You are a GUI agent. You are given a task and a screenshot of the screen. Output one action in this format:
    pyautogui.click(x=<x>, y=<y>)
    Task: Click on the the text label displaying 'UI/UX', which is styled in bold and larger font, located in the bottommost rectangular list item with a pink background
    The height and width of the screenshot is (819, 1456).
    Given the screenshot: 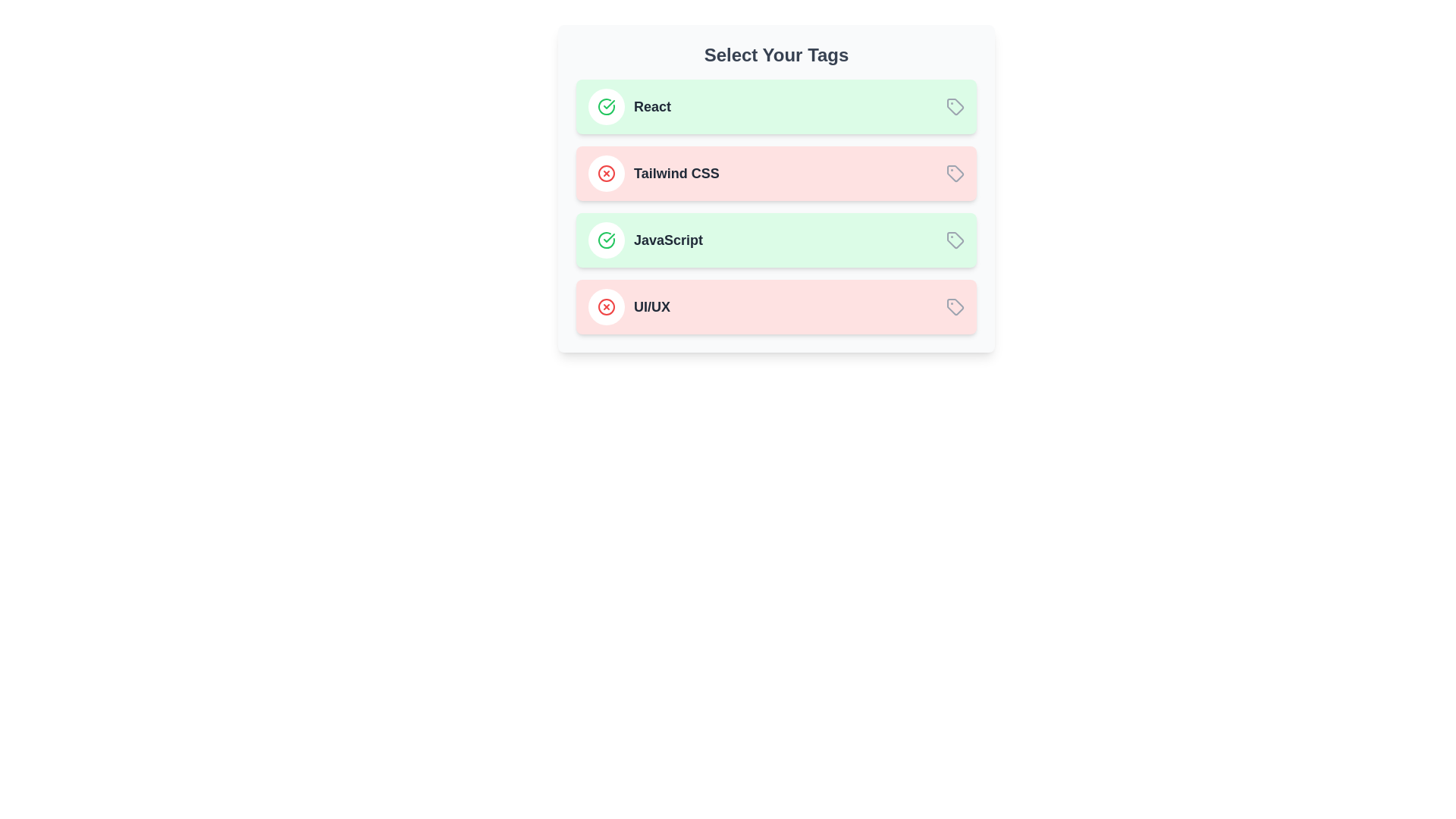 What is the action you would take?
    pyautogui.click(x=651, y=307)
    